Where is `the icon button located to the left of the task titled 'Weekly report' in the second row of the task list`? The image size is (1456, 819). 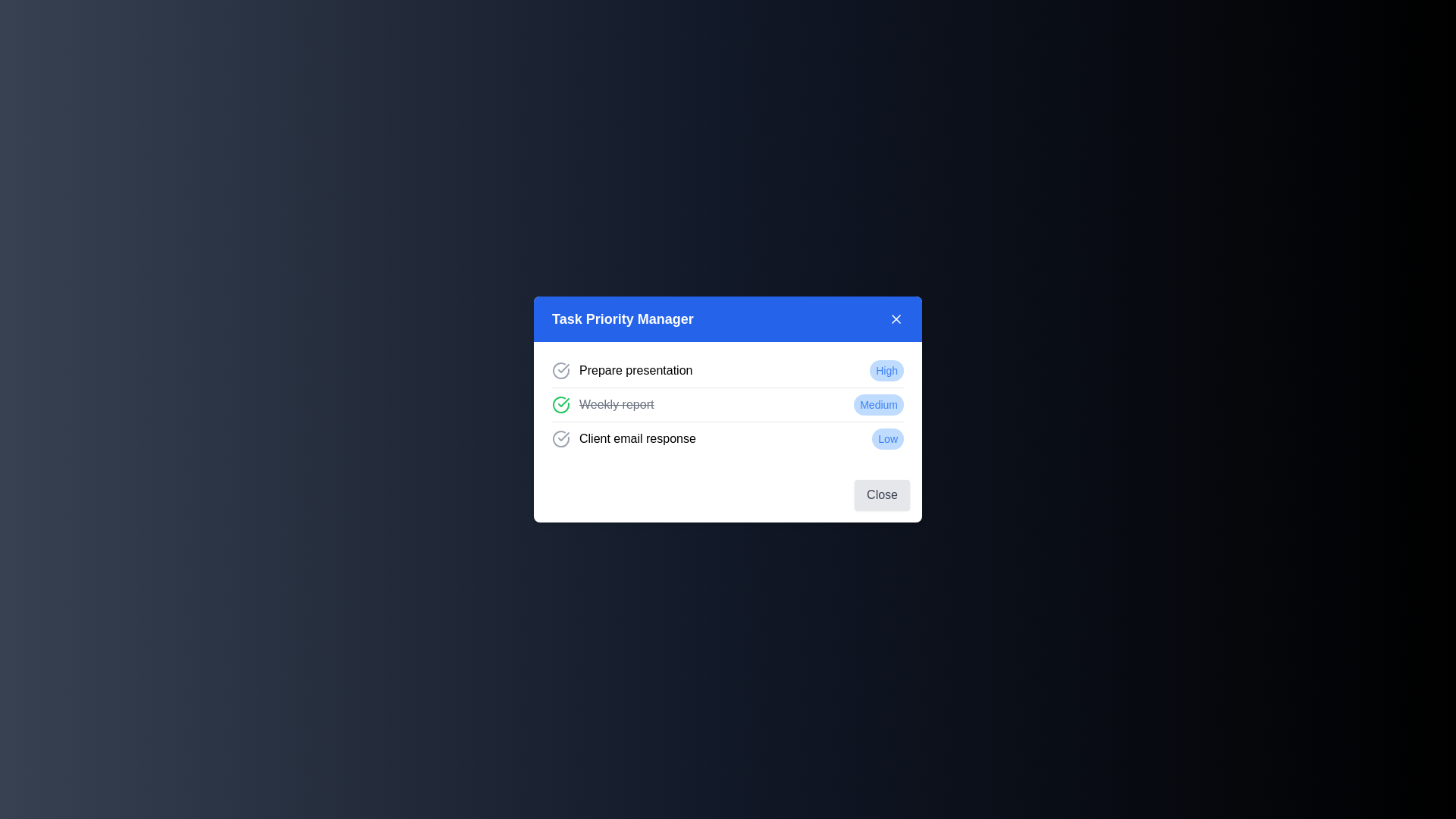
the icon button located to the left of the task titled 'Weekly report' in the second row of the task list is located at coordinates (560, 403).